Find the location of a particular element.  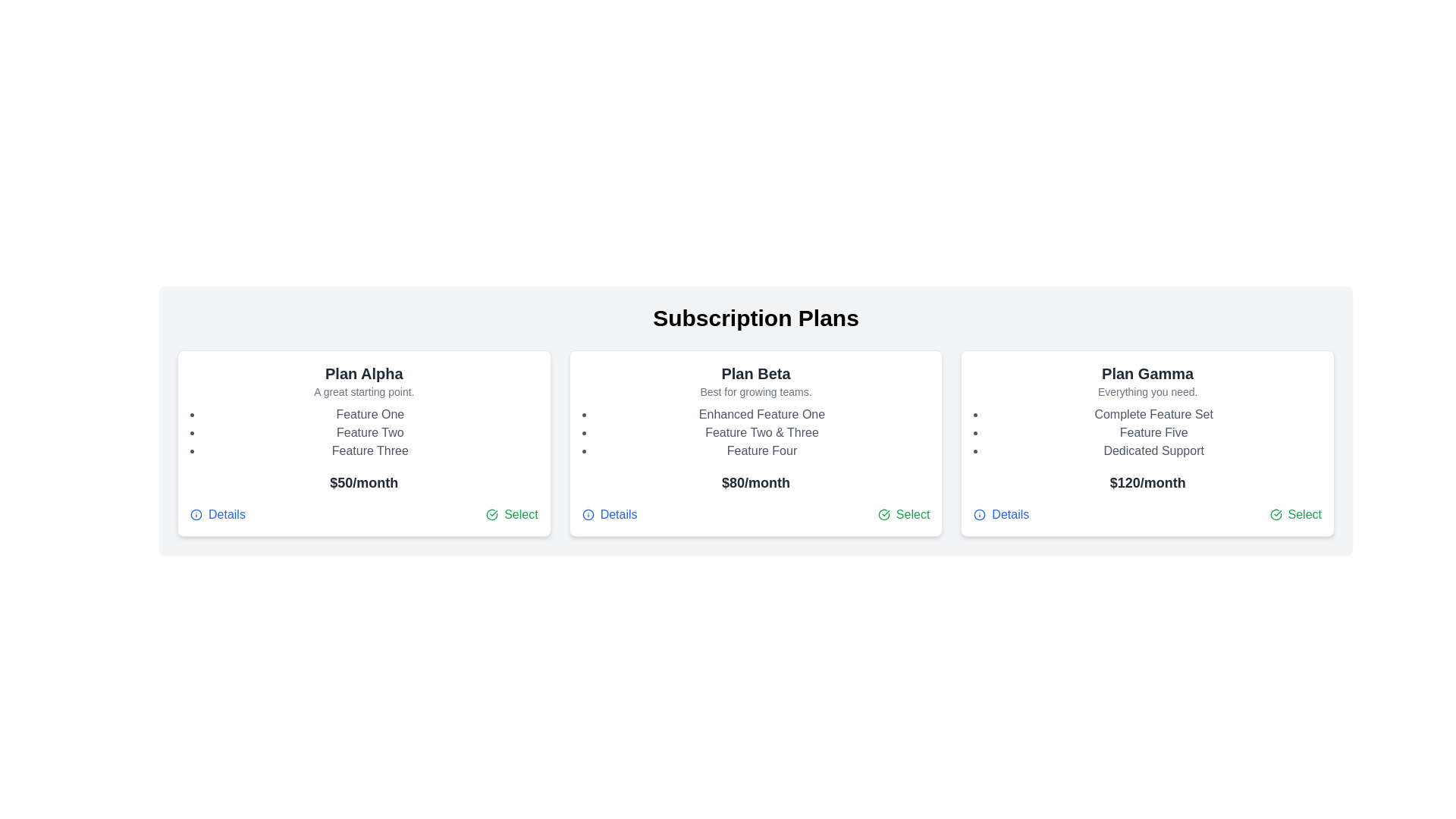

the informational icon with a blue tone that is positioned to the left of the text label 'Details' within the 'Plan Alpha' card for interaction is located at coordinates (196, 513).